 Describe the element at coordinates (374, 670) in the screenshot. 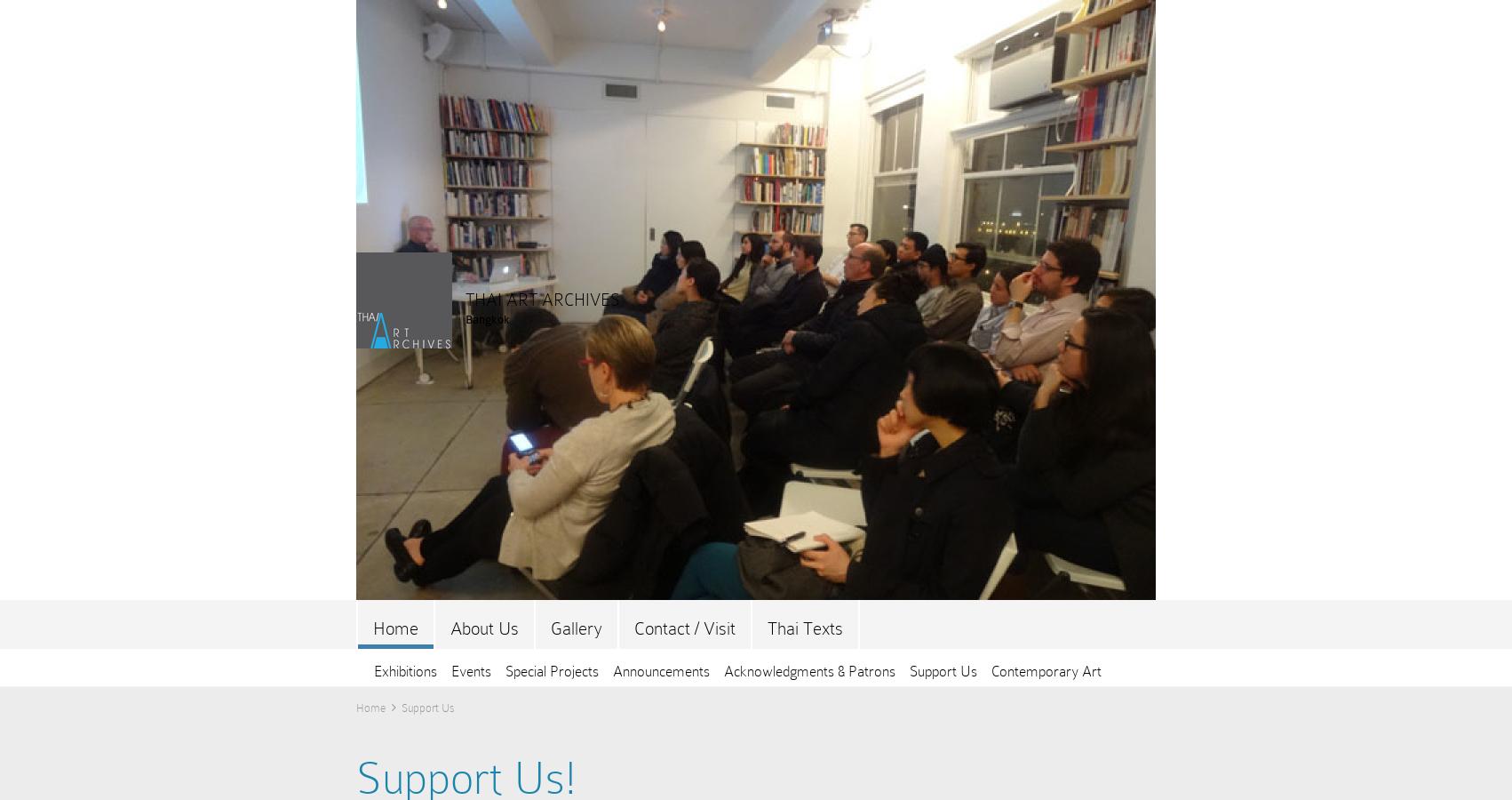

I see `'Exhibitions'` at that location.